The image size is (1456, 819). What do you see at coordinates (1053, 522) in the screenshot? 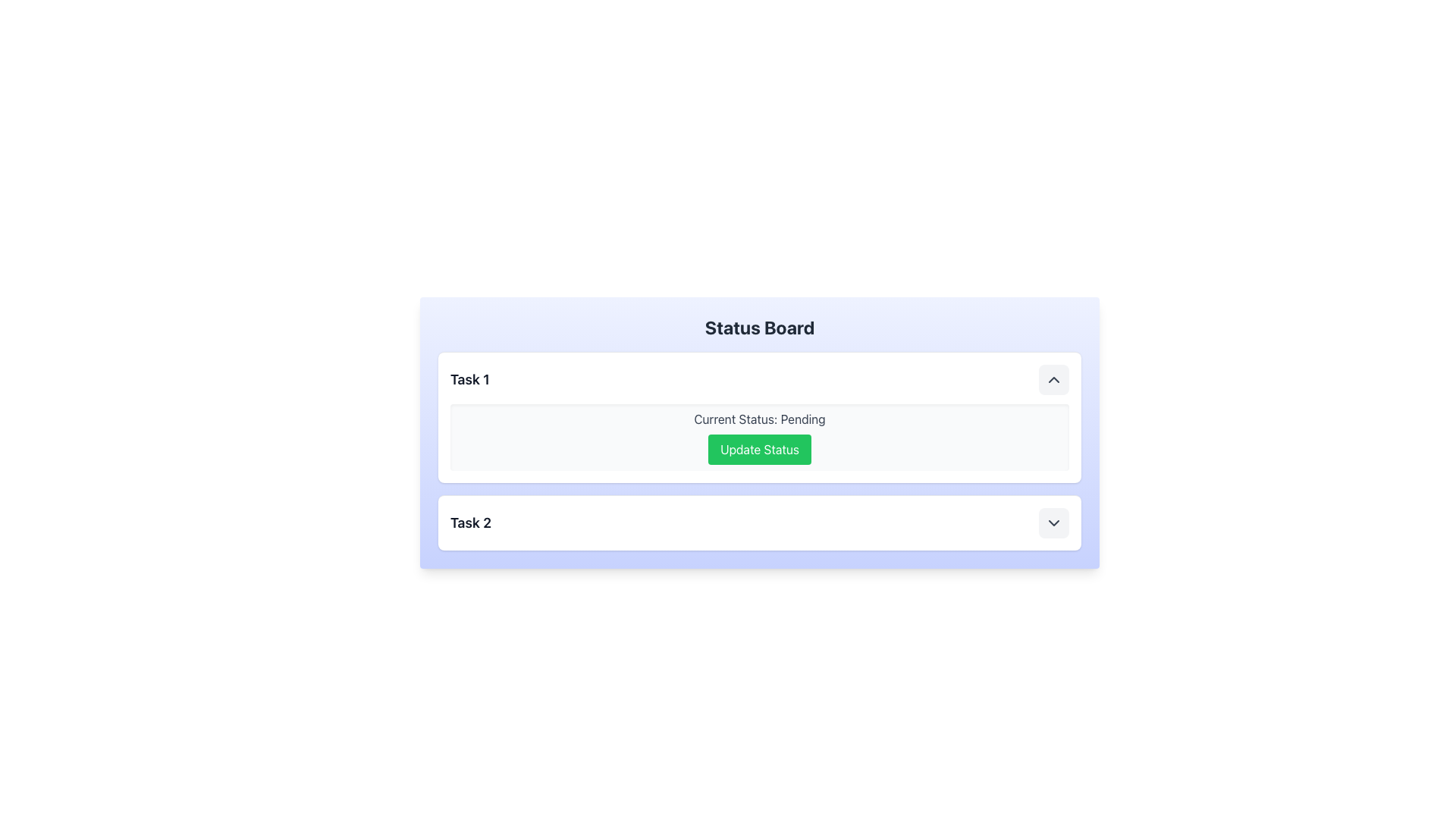
I see `the downward-pointing chevron arrow SVG icon located at the center of the dropdown toggle button in the bottom-right corner of the 'Task 2' task box` at bounding box center [1053, 522].